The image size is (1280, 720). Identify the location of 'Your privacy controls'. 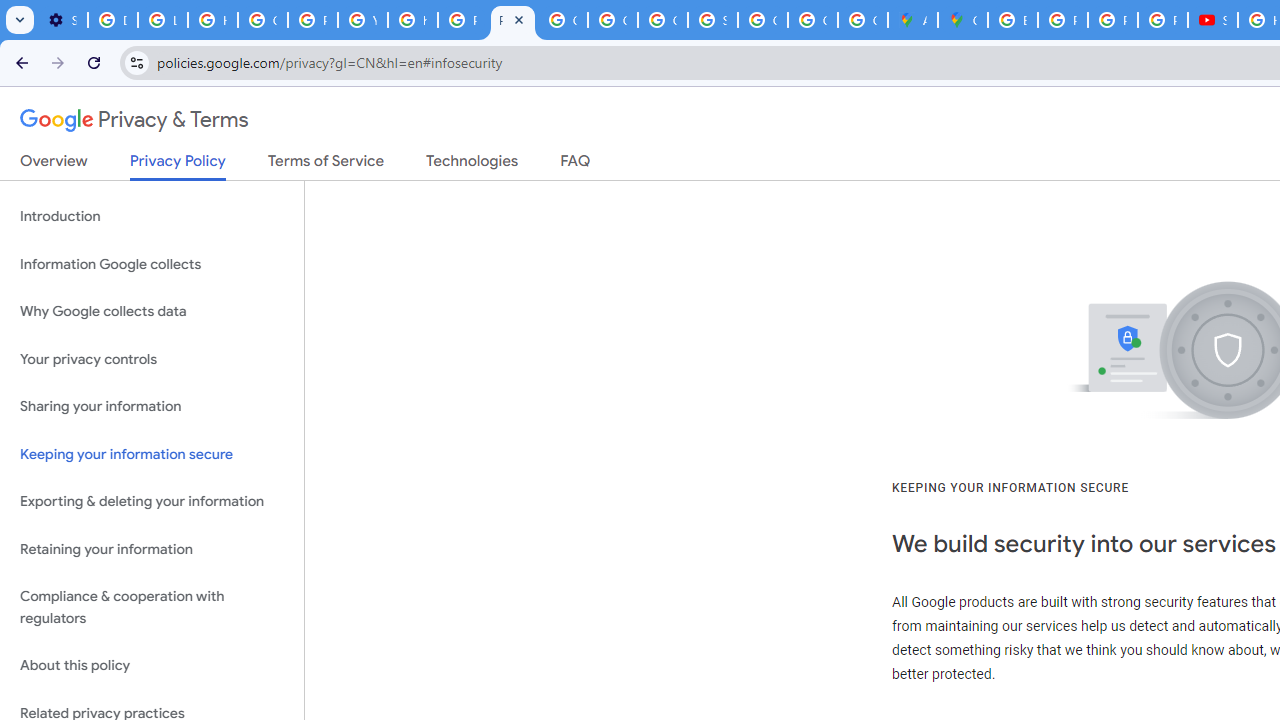
(151, 358).